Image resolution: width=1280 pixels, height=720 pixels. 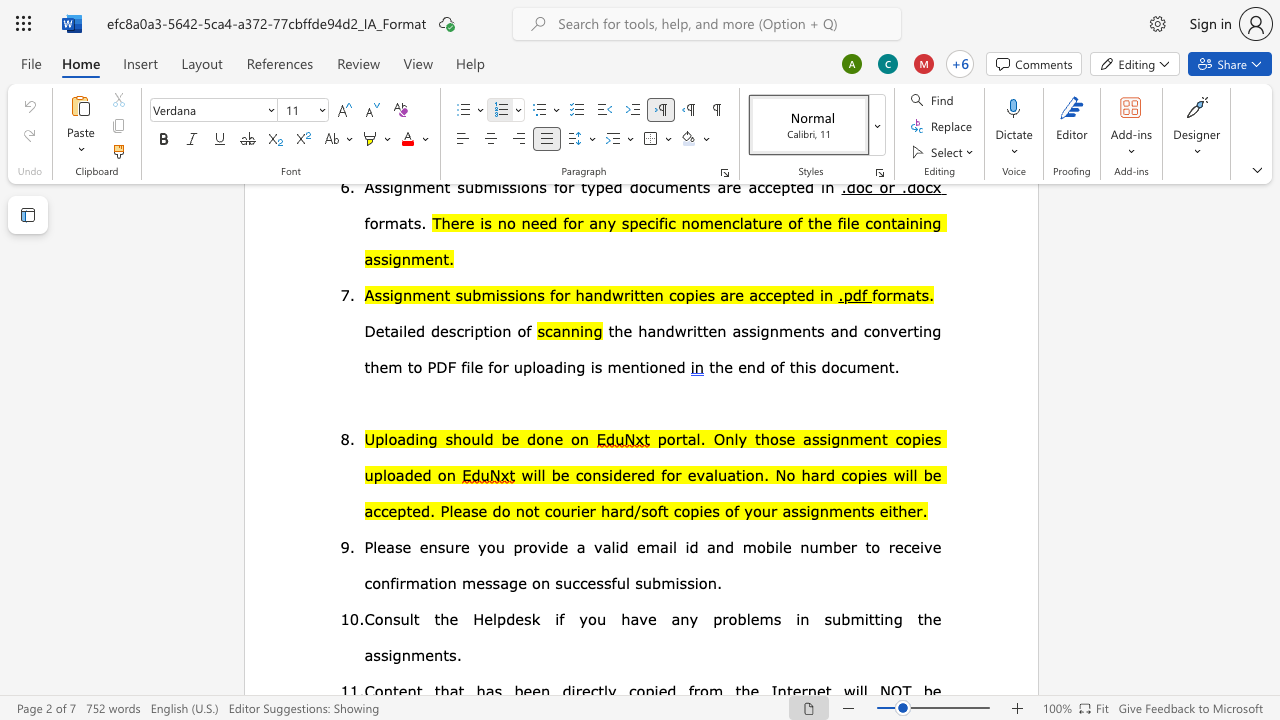 What do you see at coordinates (400, 654) in the screenshot?
I see `the space between the continuous character "g" and "n" in the text` at bounding box center [400, 654].